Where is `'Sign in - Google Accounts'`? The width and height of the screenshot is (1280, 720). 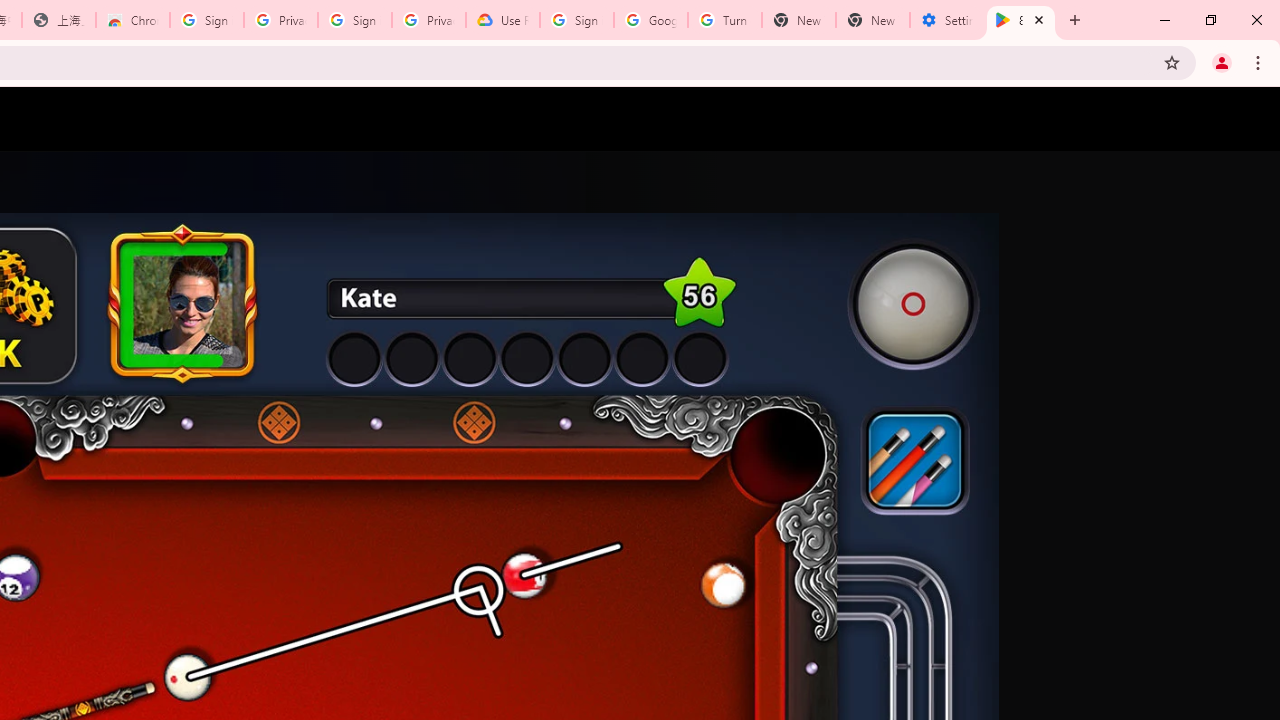
'Sign in - Google Accounts' is located at coordinates (576, 20).